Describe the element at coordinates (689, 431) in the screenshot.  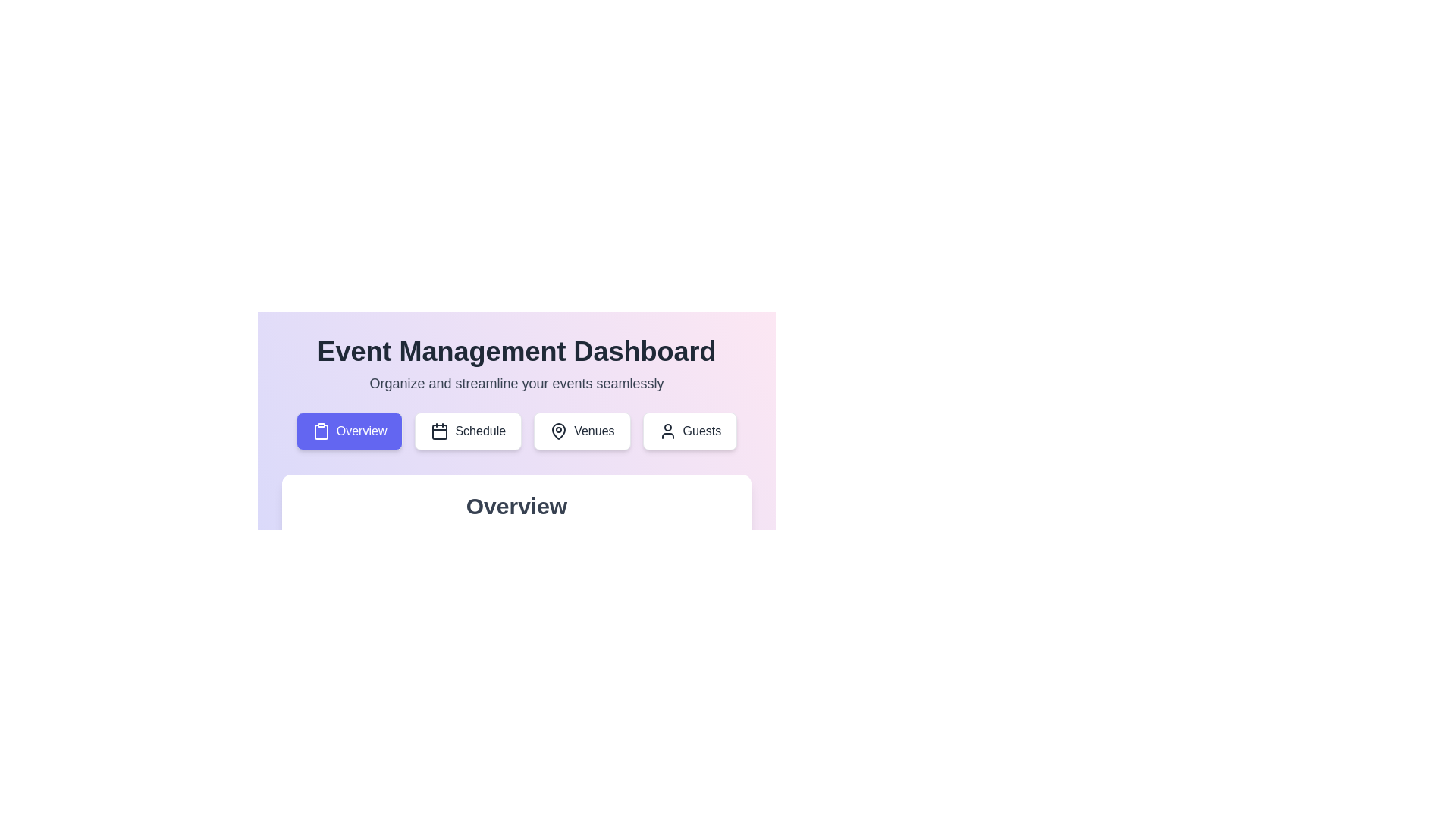
I see `the Guests tab by clicking on its button` at that location.